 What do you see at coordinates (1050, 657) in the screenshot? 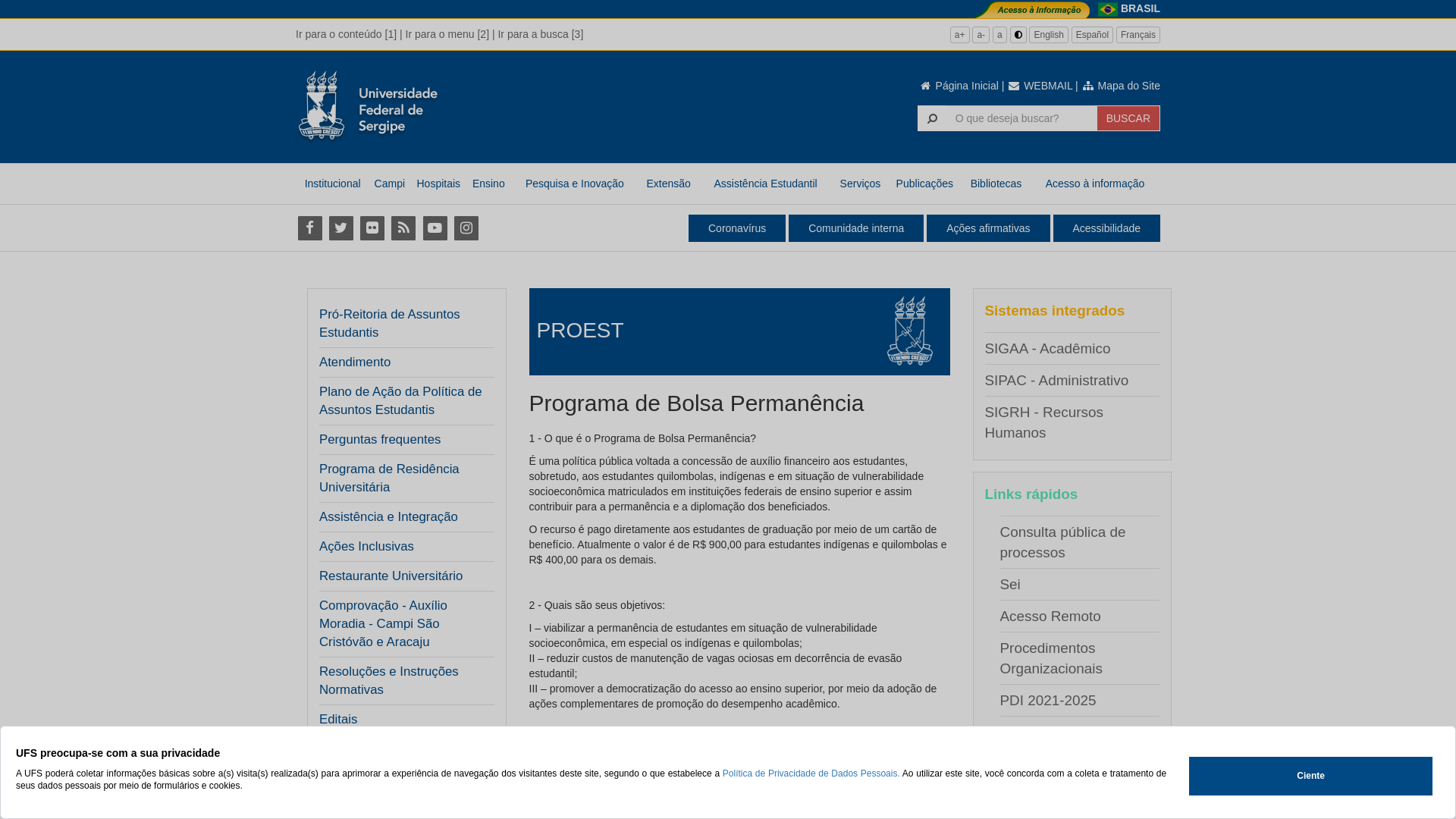
I see `'Procedimentos Organizacionais'` at bounding box center [1050, 657].